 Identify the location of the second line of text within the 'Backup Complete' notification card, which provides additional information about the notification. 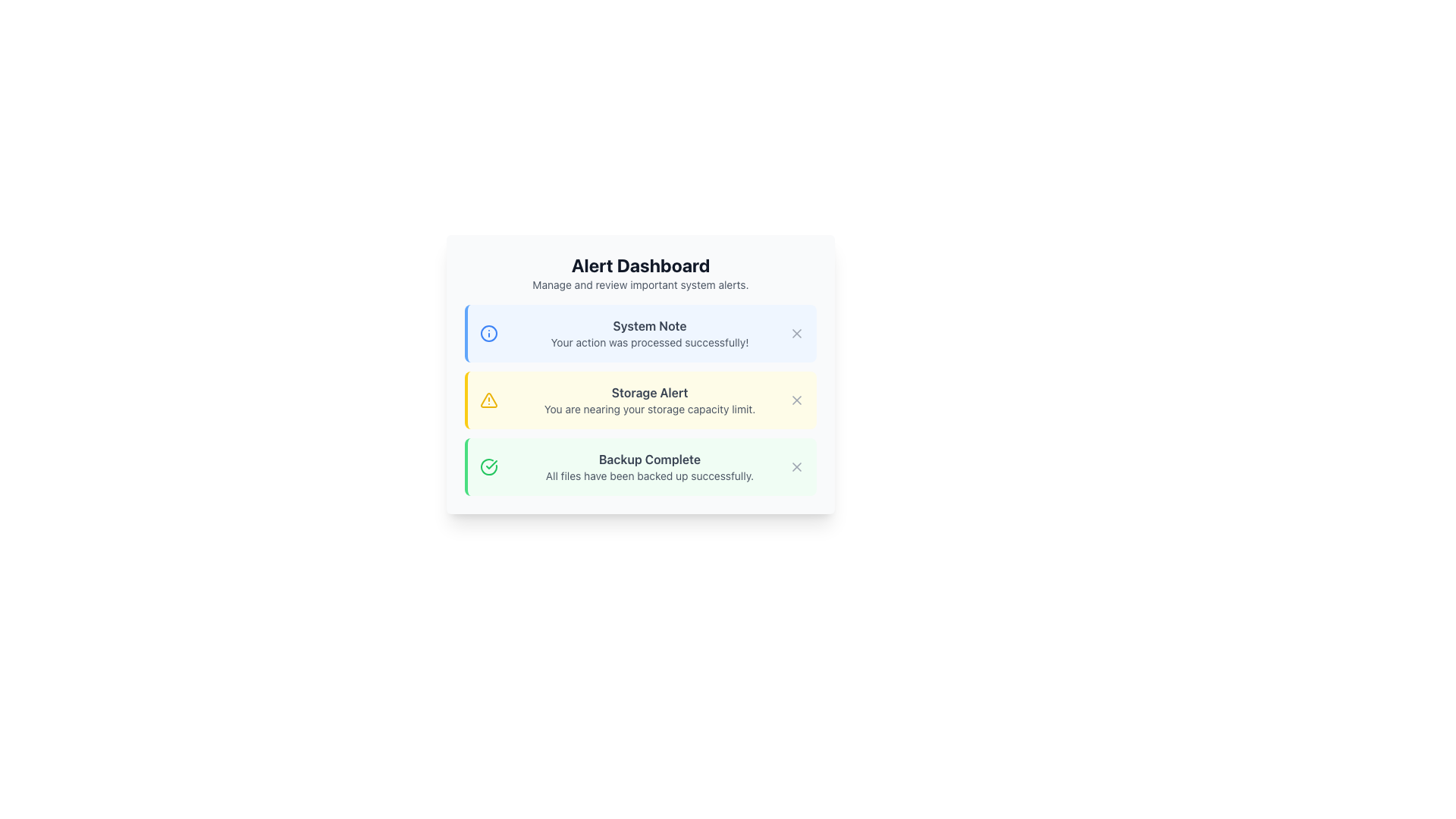
(650, 475).